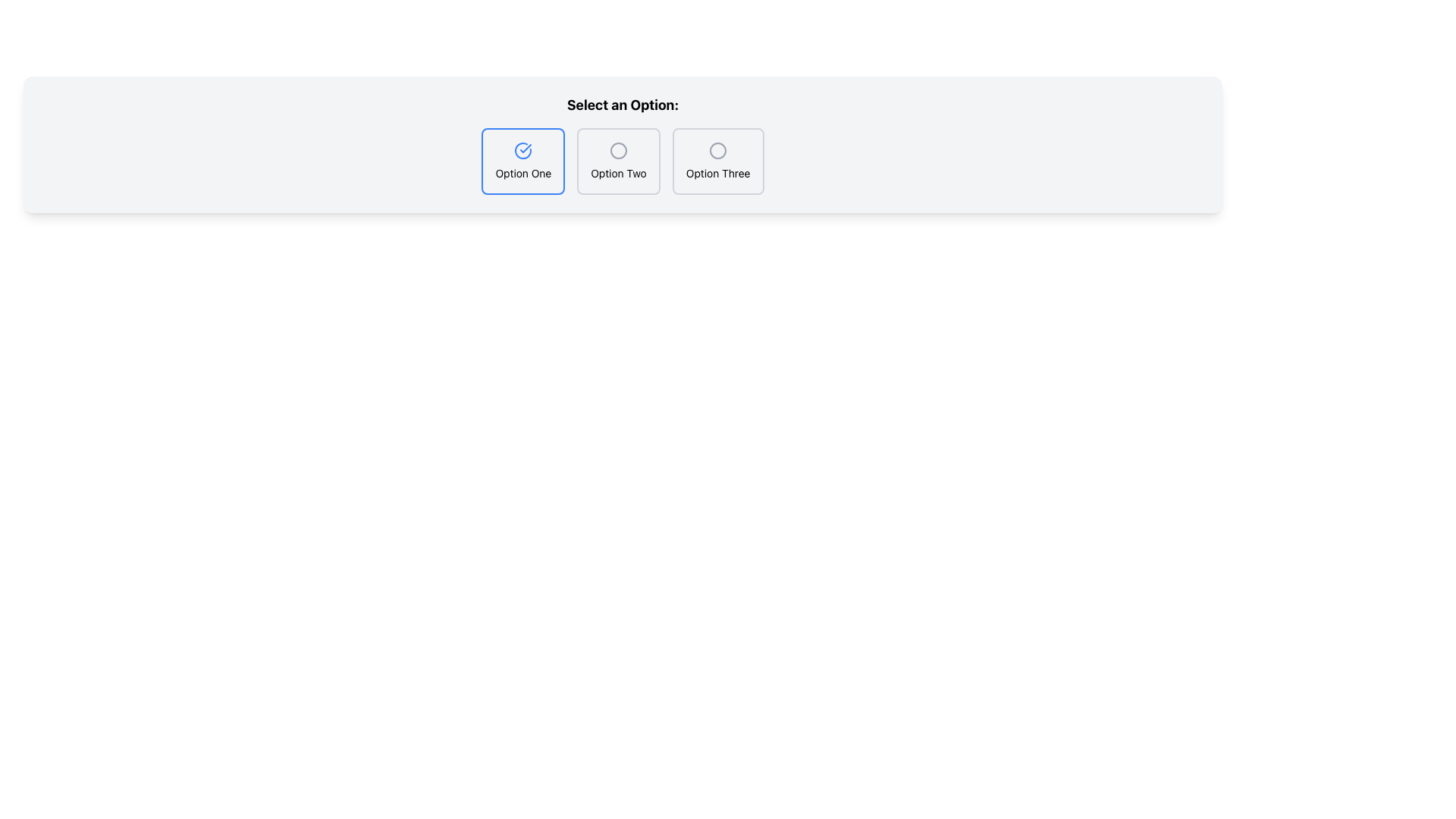 This screenshot has height=819, width=1456. Describe the element at coordinates (526, 149) in the screenshot. I see `the tick mark icon within the circular SVG element that indicates selection for the 'Option One' radio button` at that location.